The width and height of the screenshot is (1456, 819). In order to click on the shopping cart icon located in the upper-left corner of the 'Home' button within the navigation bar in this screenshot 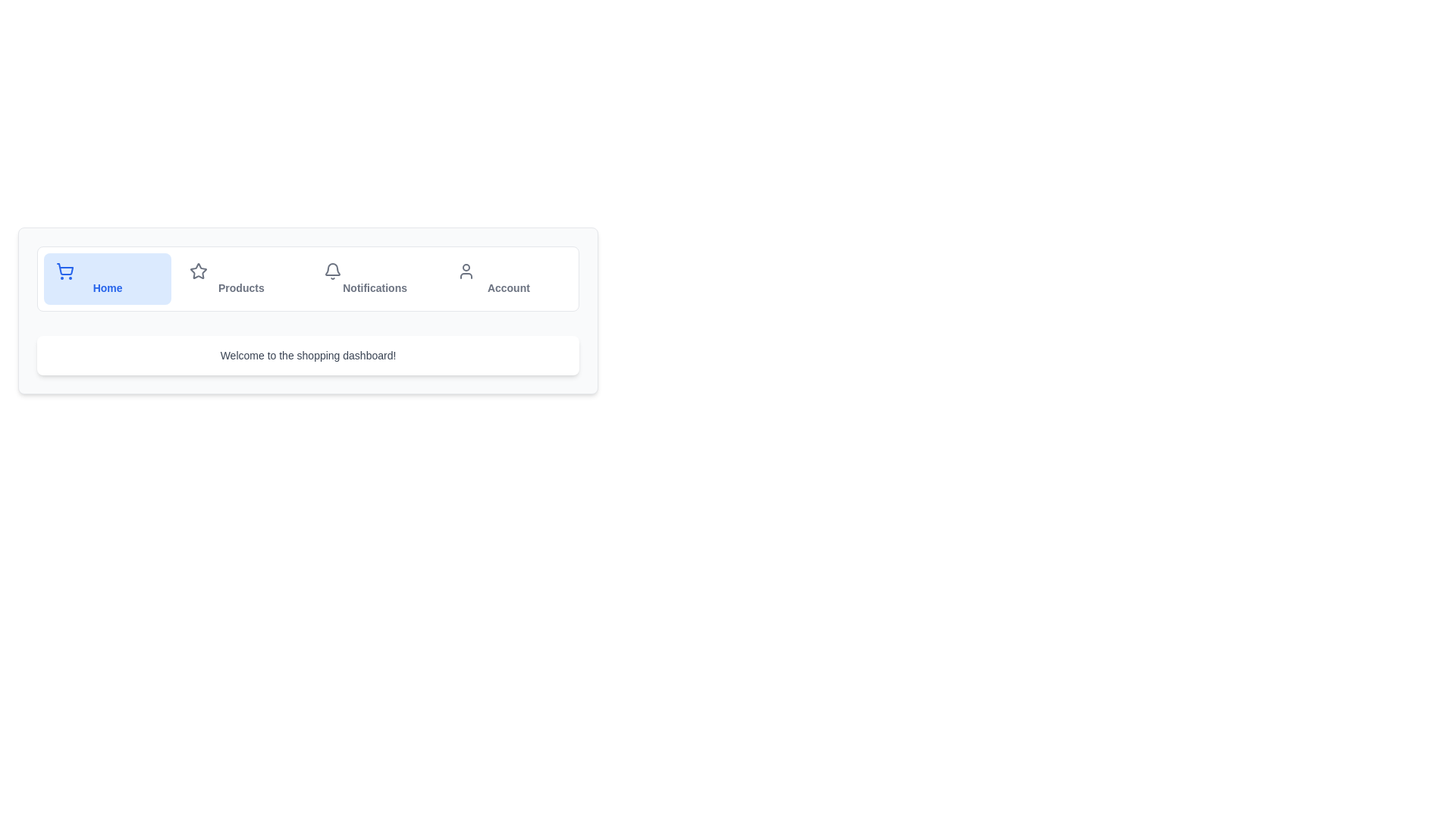, I will do `click(64, 271)`.